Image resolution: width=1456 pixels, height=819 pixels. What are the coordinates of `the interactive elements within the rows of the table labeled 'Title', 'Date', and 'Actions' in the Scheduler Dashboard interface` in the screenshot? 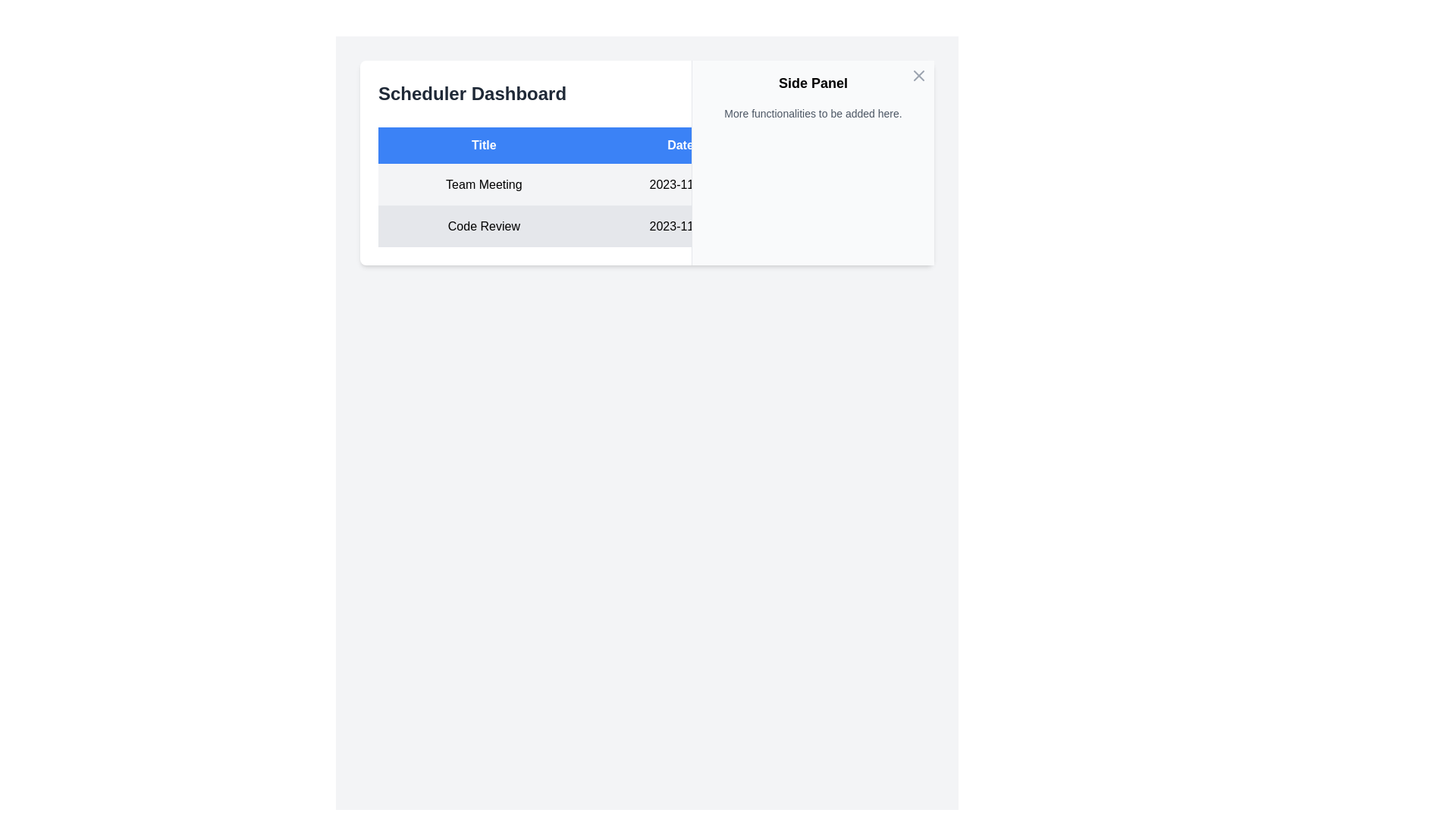 It's located at (647, 186).